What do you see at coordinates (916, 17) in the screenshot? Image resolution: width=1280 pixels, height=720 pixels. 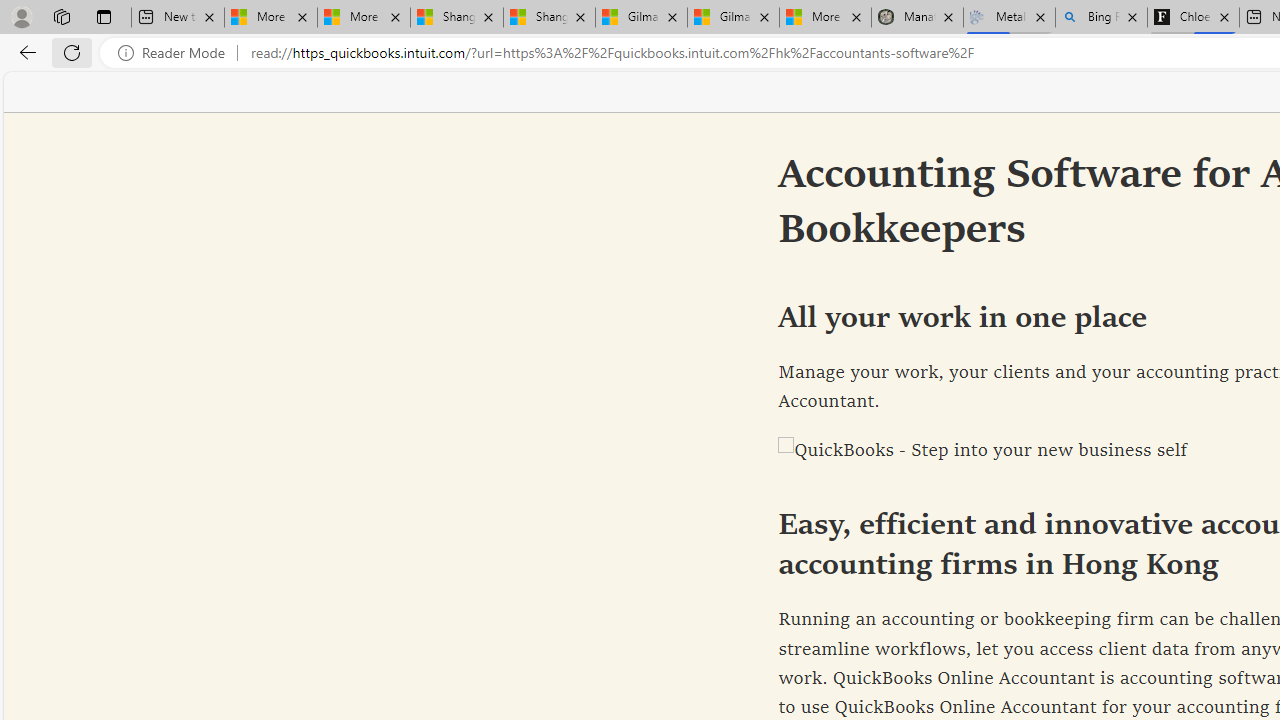 I see `'Manatee Mortality Statistics | FWC'` at bounding box center [916, 17].